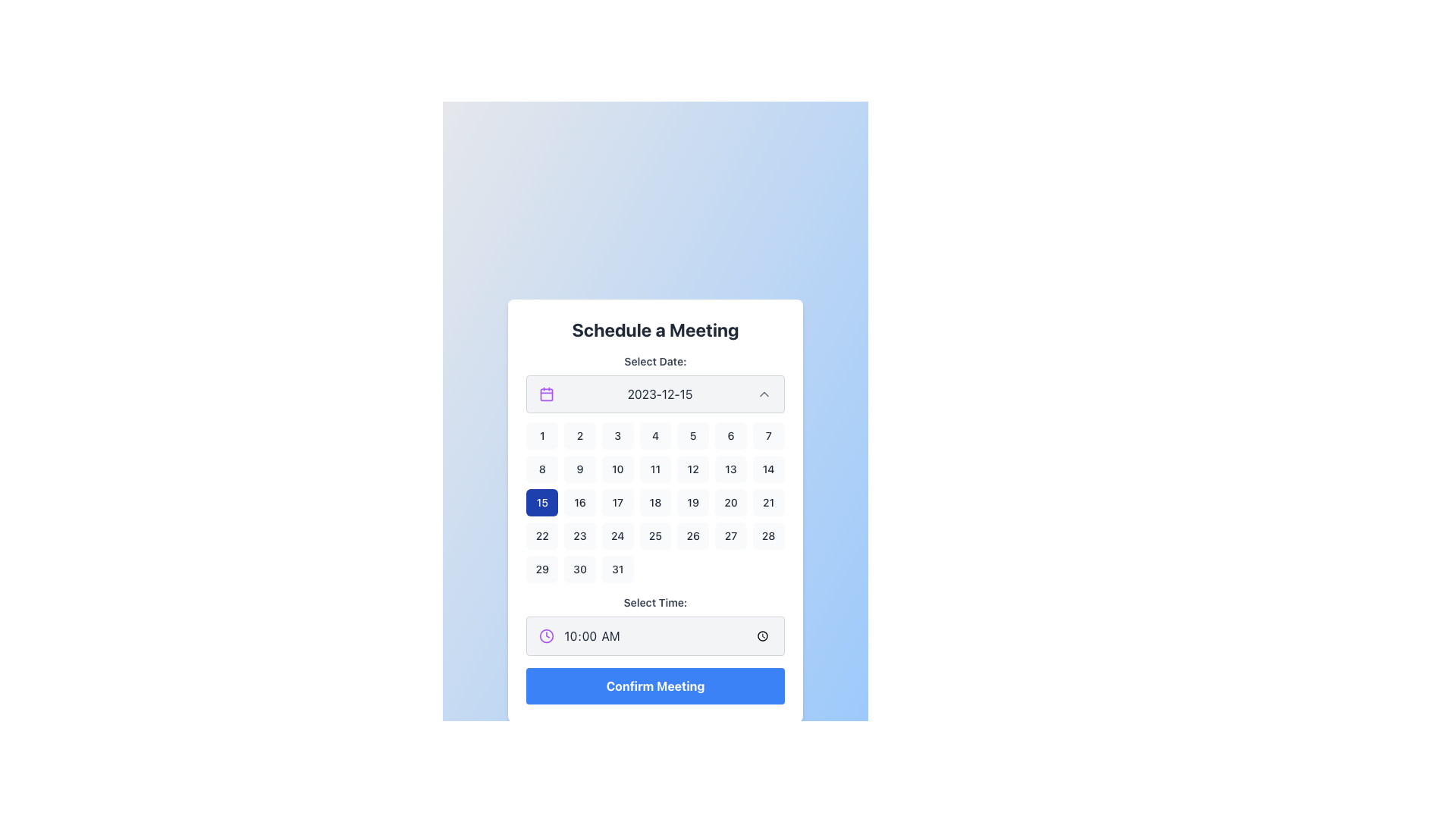 The width and height of the screenshot is (1456, 819). I want to click on the calendar icon with a purple outline located at the leftmost part of the input box displaying the date '2023-12-15', so click(546, 394).